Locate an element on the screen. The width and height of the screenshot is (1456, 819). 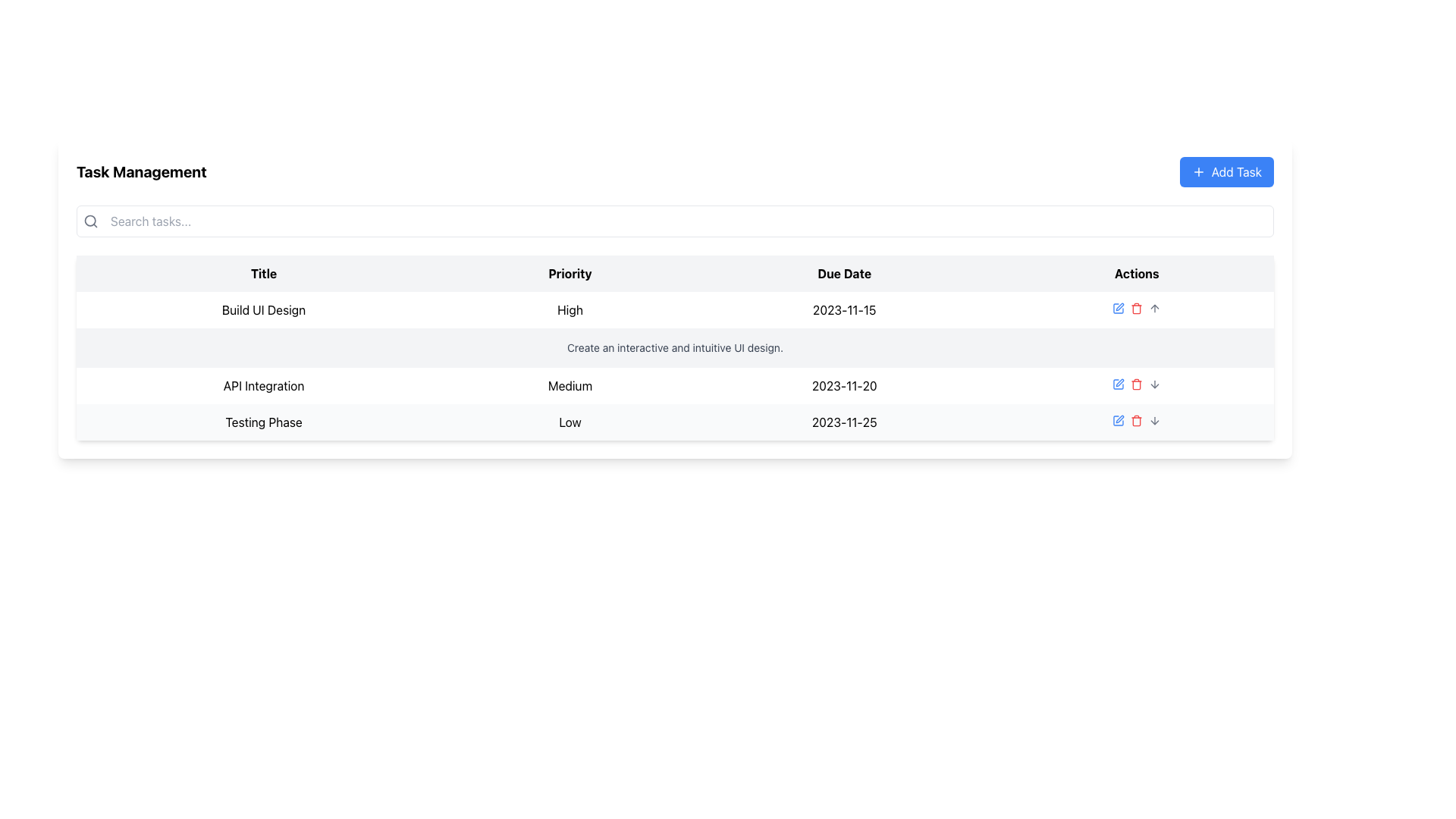
the static text cell displaying the message 'Create an interactive and intuitive UI design.' located in the second row of the table under the 'Tasks' section in the 'Details' column is located at coordinates (674, 348).